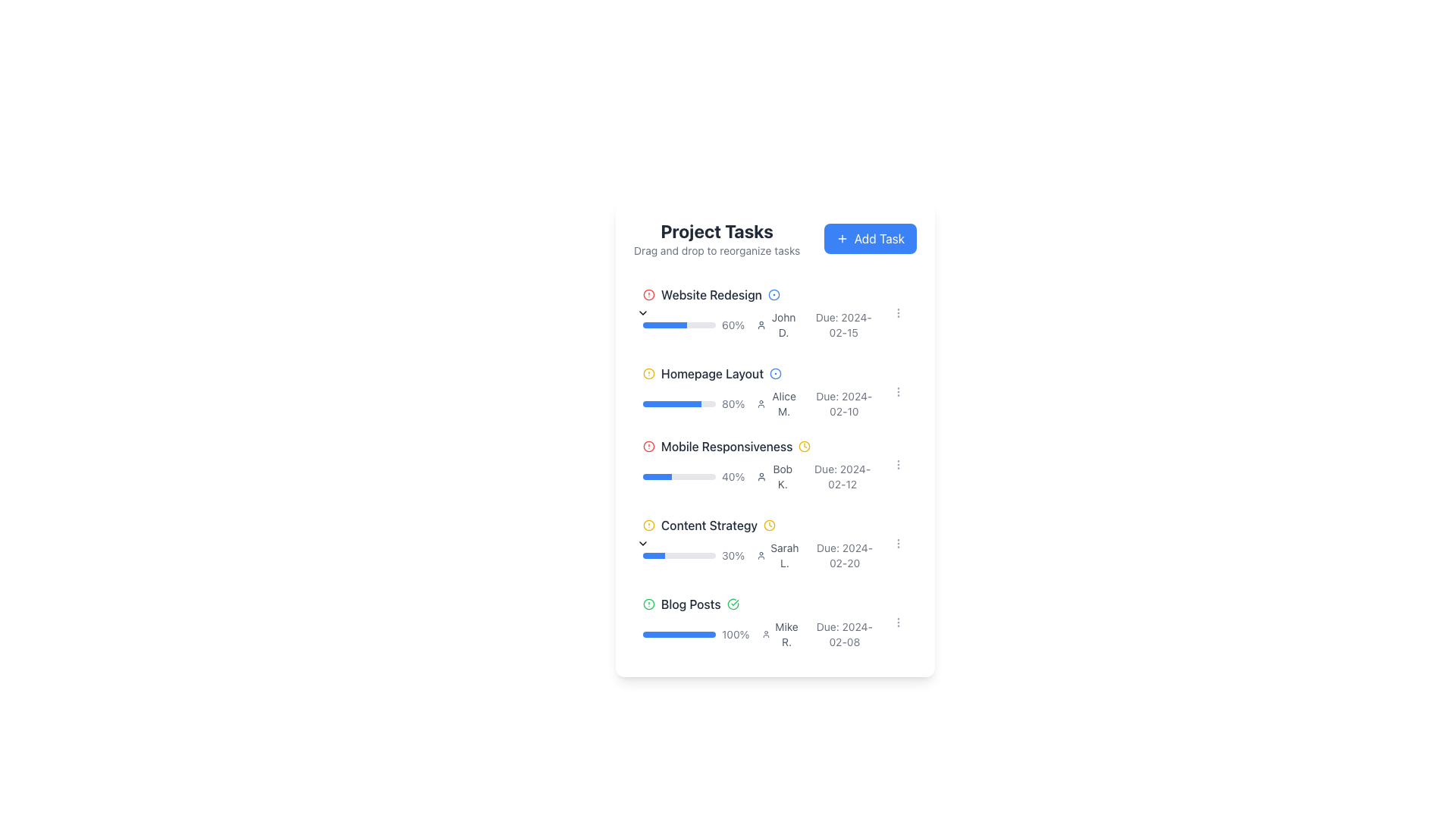 The height and width of the screenshot is (819, 1456). Describe the element at coordinates (760, 391) in the screenshot. I see `the user icon within the second task list item, which provides details for a specific project task` at that location.